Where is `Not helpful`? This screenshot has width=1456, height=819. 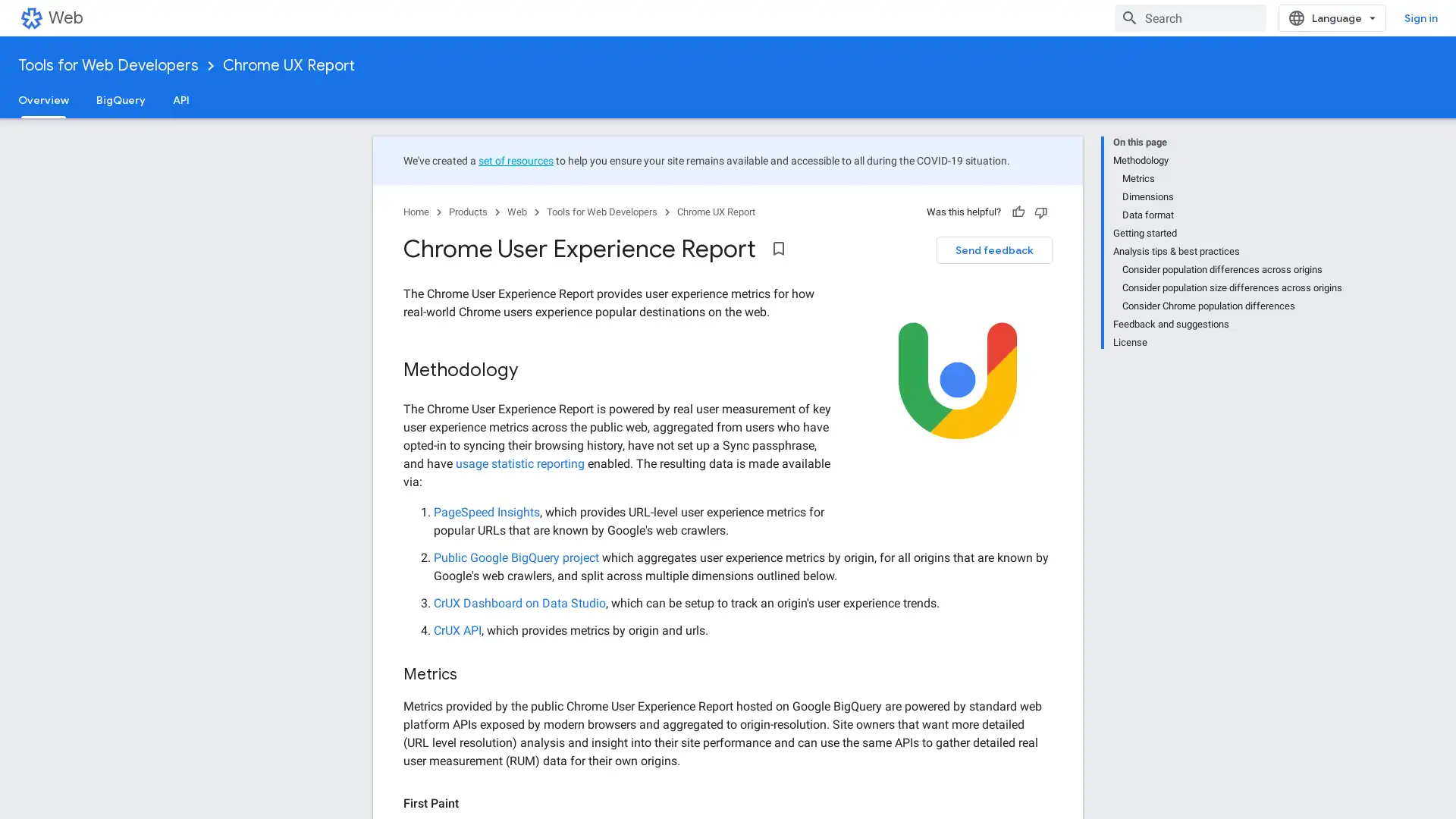
Not helpful is located at coordinates (1040, 212).